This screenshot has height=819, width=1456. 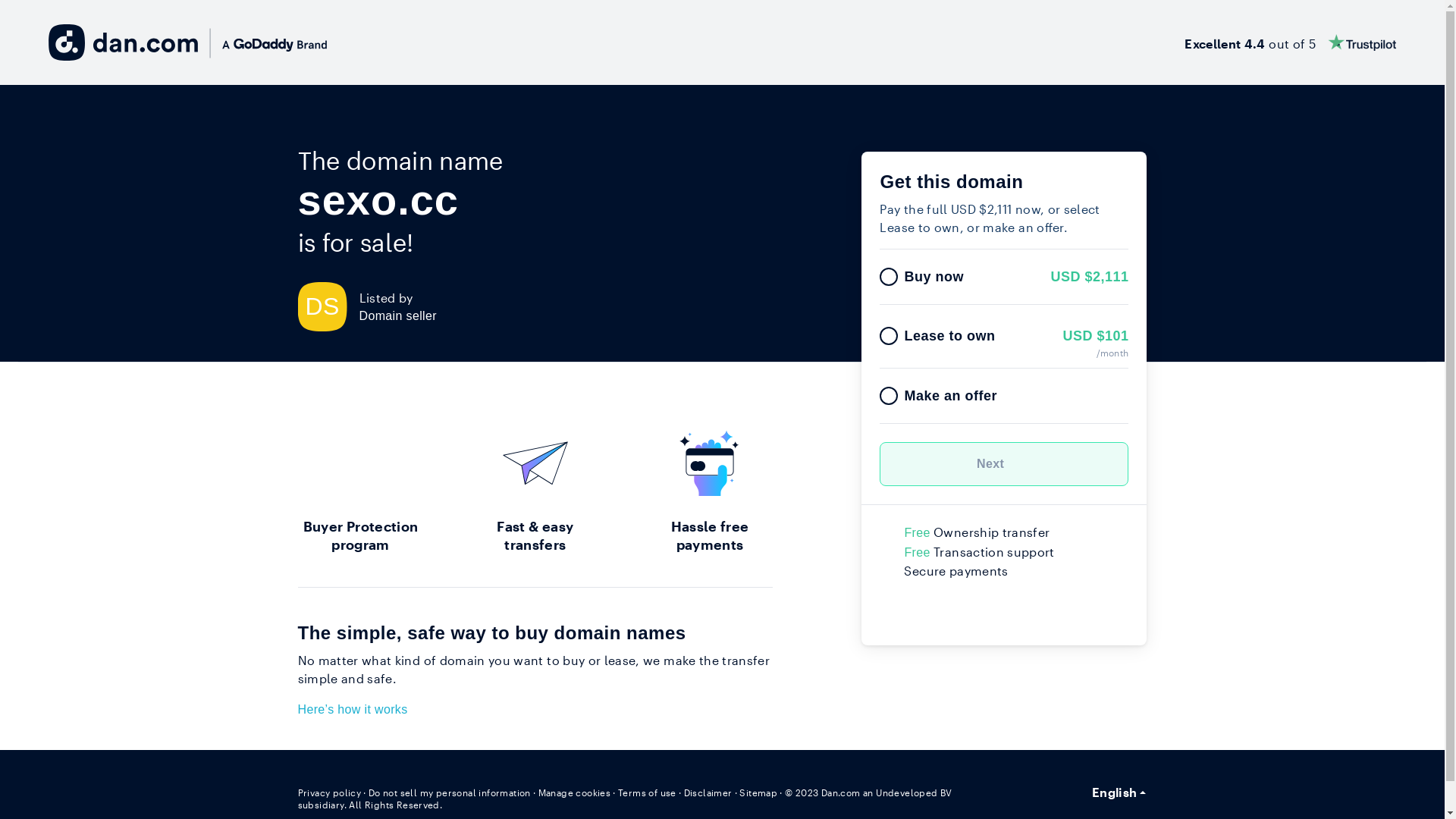 What do you see at coordinates (328, 792) in the screenshot?
I see `'Privacy policy'` at bounding box center [328, 792].